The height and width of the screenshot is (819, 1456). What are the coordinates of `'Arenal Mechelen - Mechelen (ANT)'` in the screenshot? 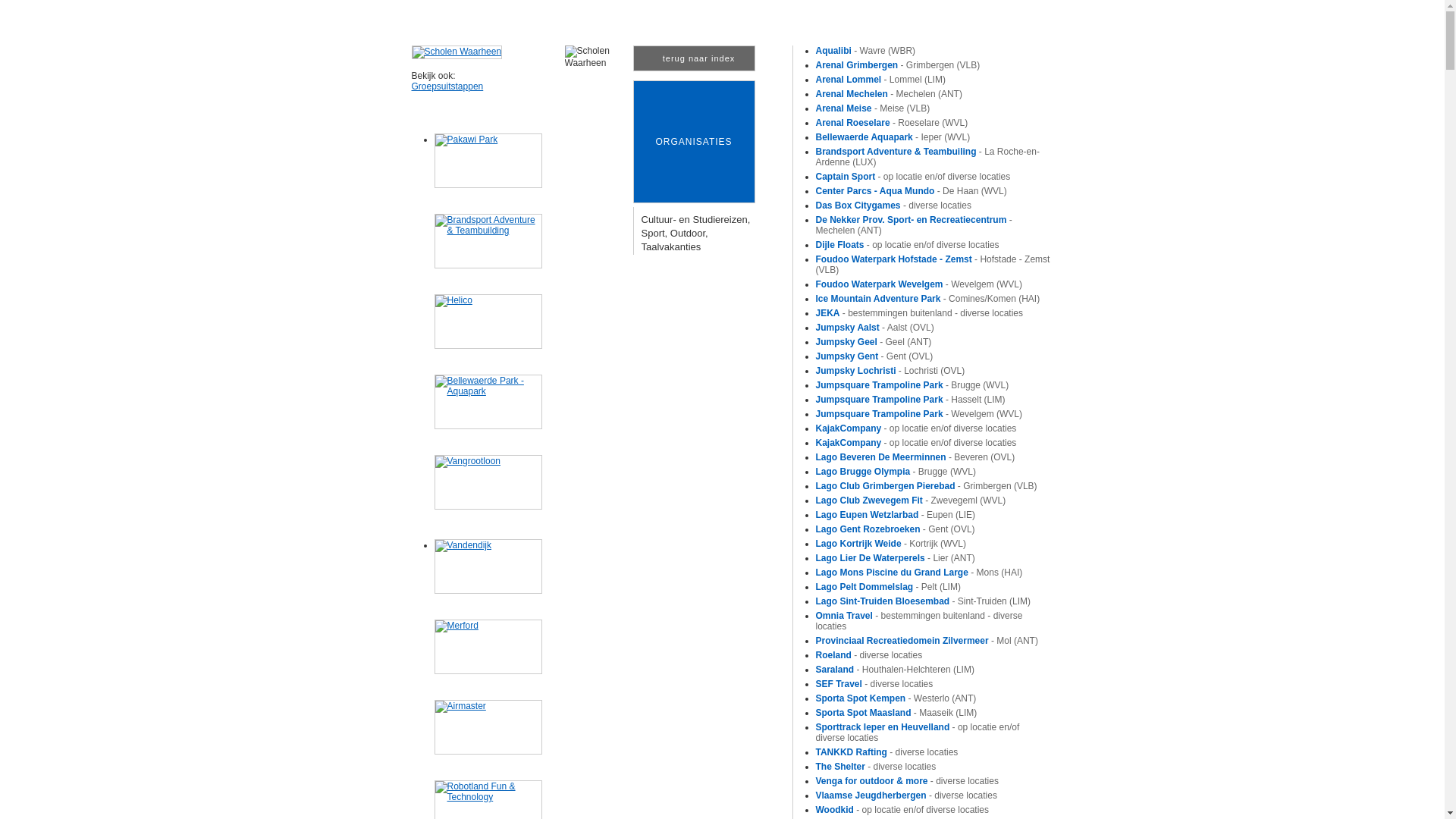 It's located at (889, 93).